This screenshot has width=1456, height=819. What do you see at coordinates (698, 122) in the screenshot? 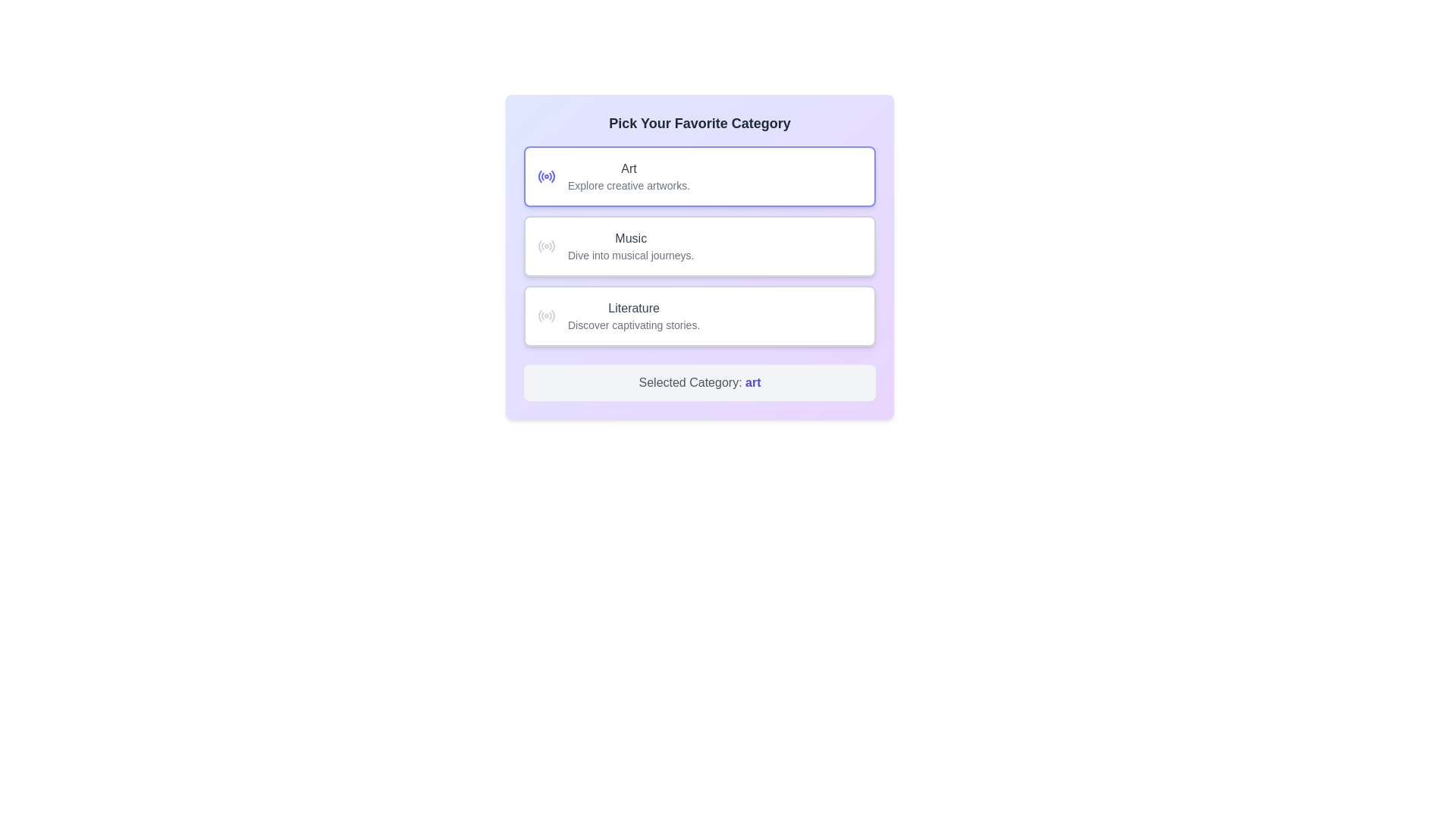
I see `text heading 'Pick Your Favorite Category' which is displayed in bold and large font at the top of a card layout` at bounding box center [698, 122].